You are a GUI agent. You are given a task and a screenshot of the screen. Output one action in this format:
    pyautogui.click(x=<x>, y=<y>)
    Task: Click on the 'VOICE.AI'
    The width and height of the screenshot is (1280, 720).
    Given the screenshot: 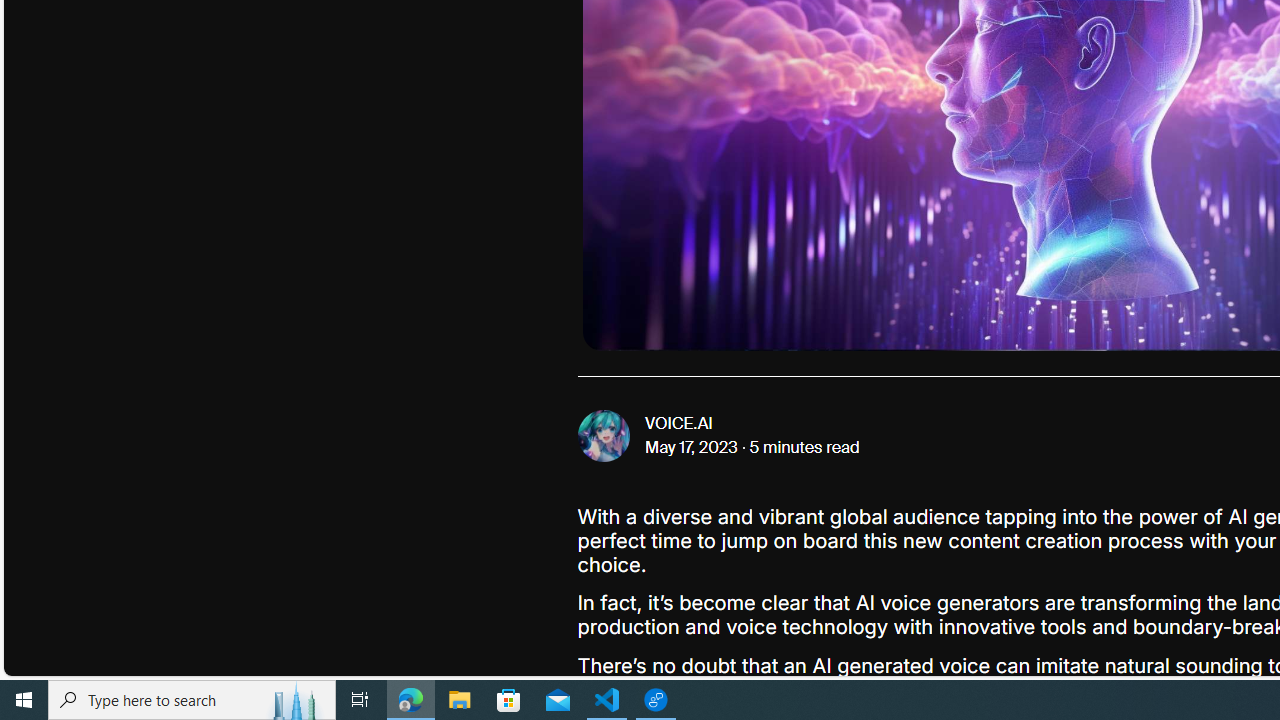 What is the action you would take?
    pyautogui.click(x=679, y=423)
    